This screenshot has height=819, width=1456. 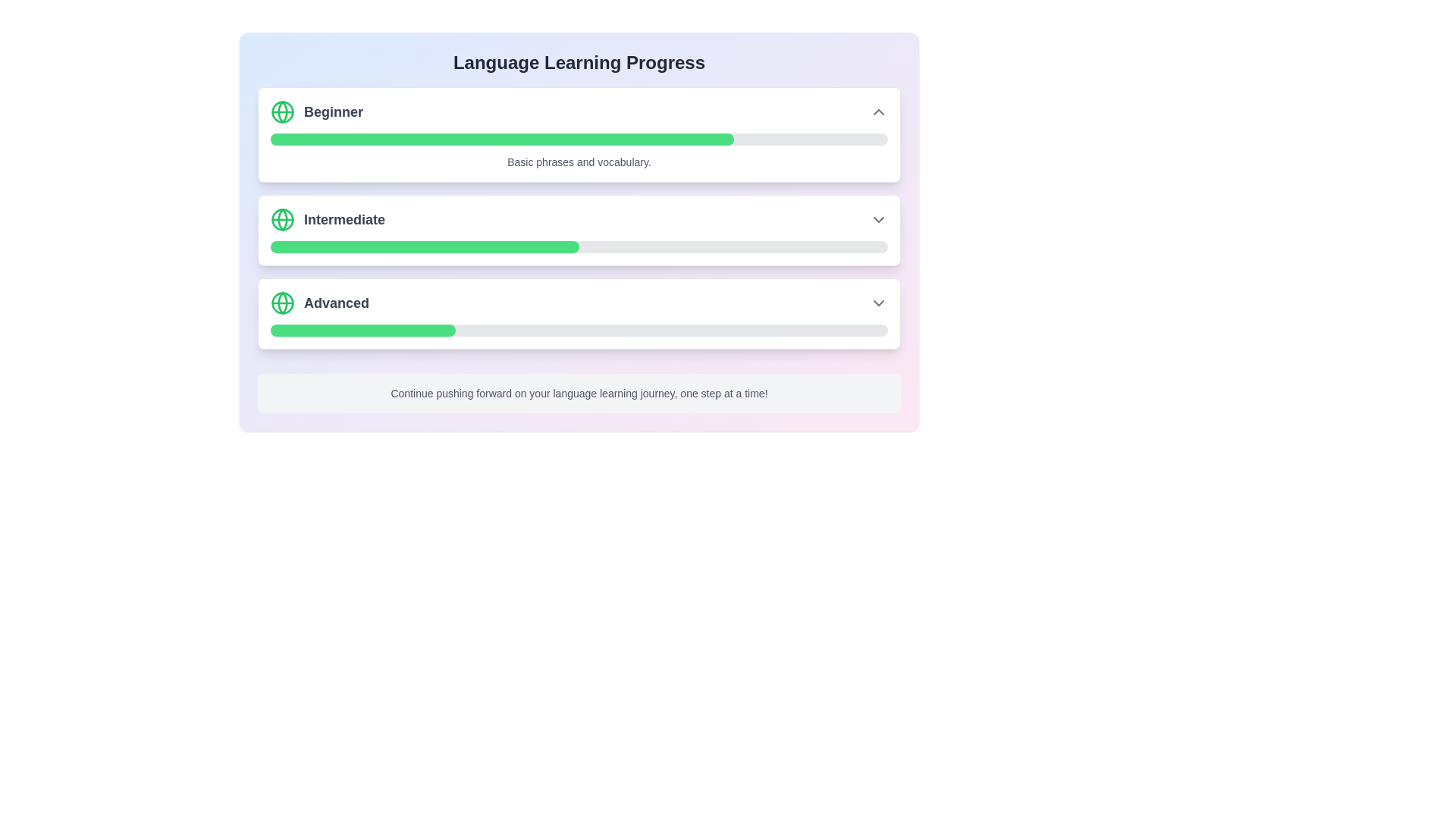 I want to click on the 'Beginner' section icon, which visually represents the introductory level in the language learning interface, located to the left of the text 'Beginner', so click(x=283, y=111).